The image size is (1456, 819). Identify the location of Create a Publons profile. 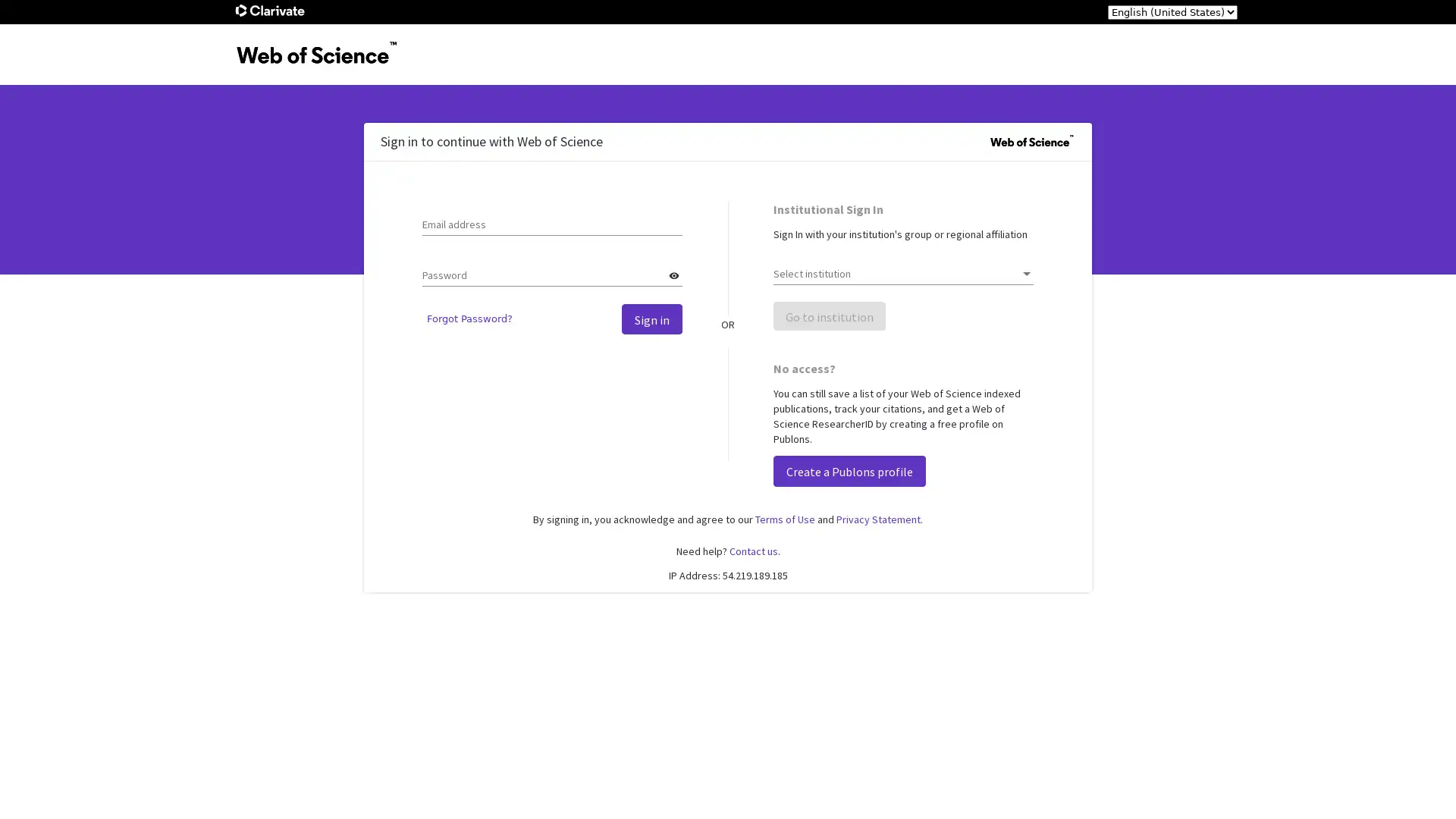
(849, 470).